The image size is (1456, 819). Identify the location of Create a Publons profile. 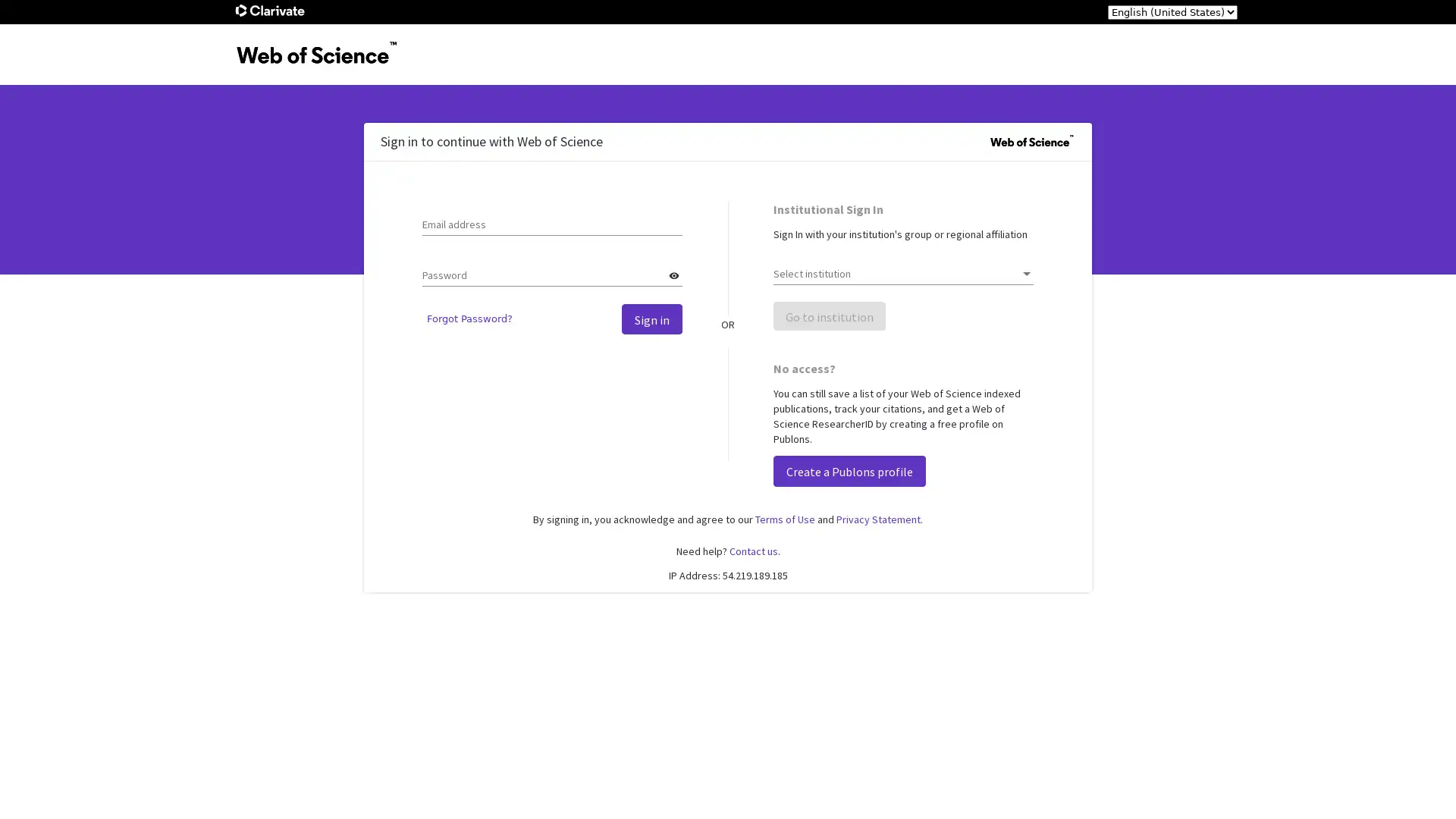
(849, 470).